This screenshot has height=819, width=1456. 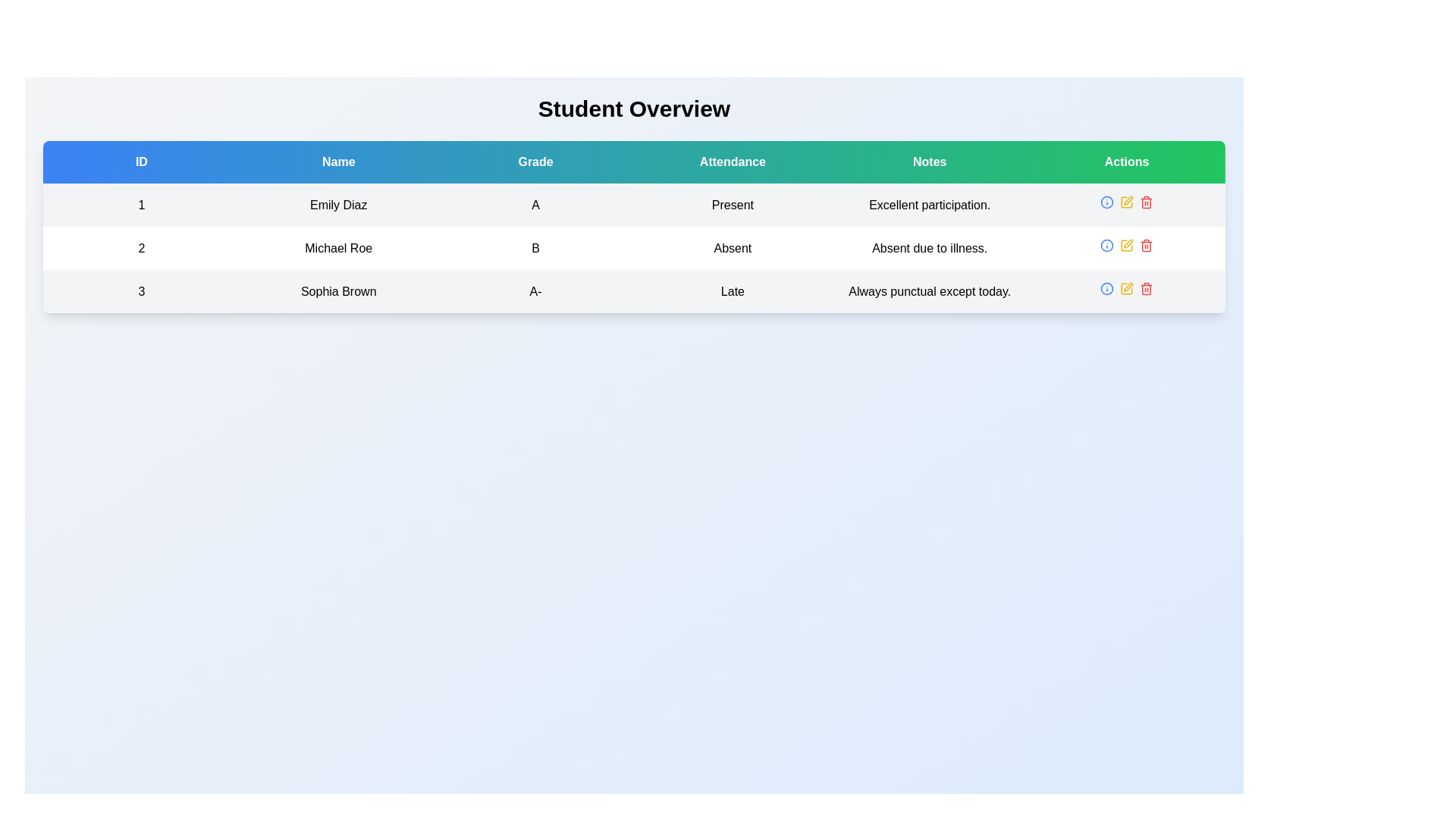 I want to click on the first interactive icon in the 'Actions' column of the third row in the table to observe hover effects, so click(x=1106, y=289).